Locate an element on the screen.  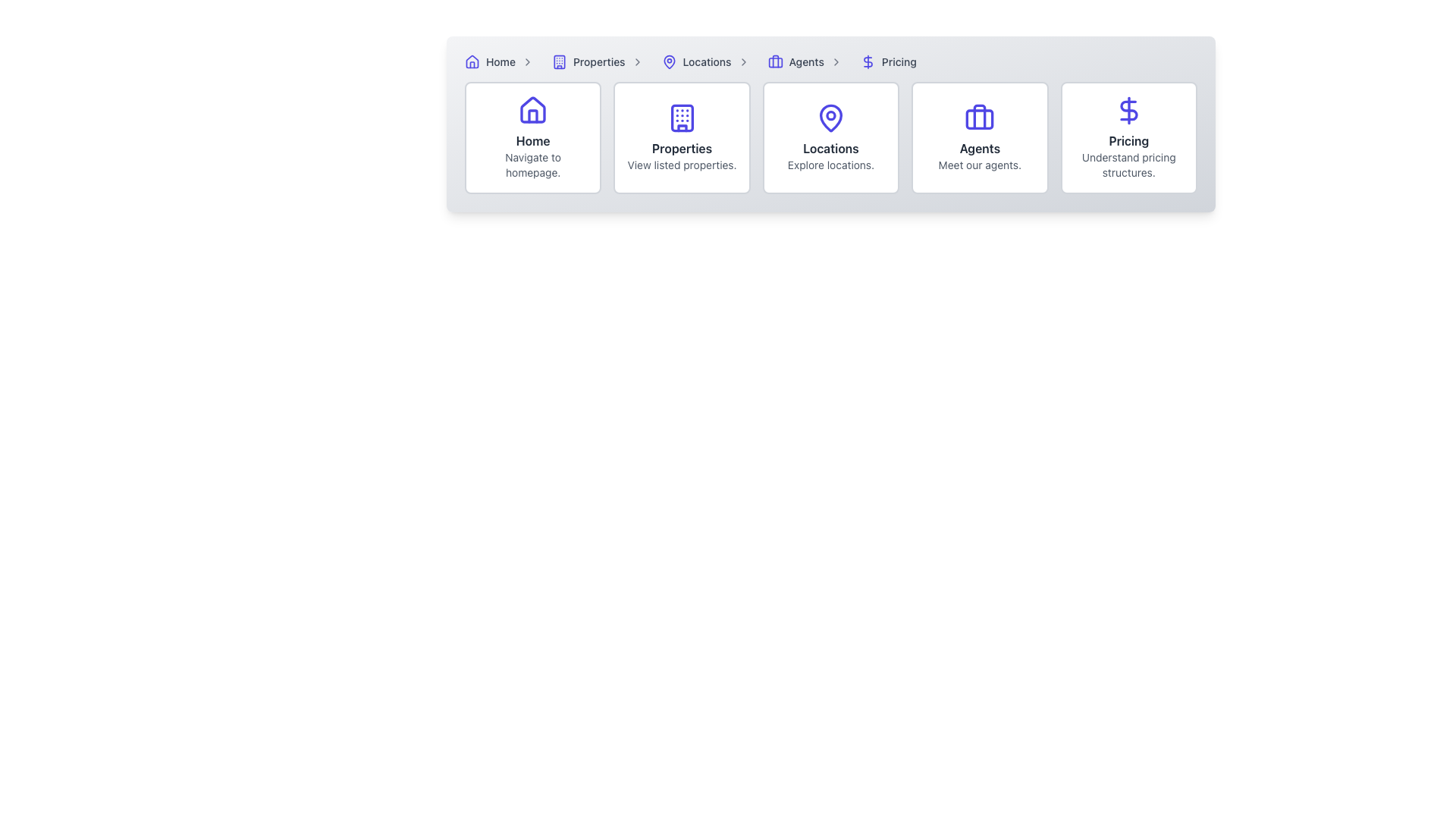
the pricing information label located at the center of the fifth card in a horizontally arranged set of cards is located at coordinates (1128, 140).